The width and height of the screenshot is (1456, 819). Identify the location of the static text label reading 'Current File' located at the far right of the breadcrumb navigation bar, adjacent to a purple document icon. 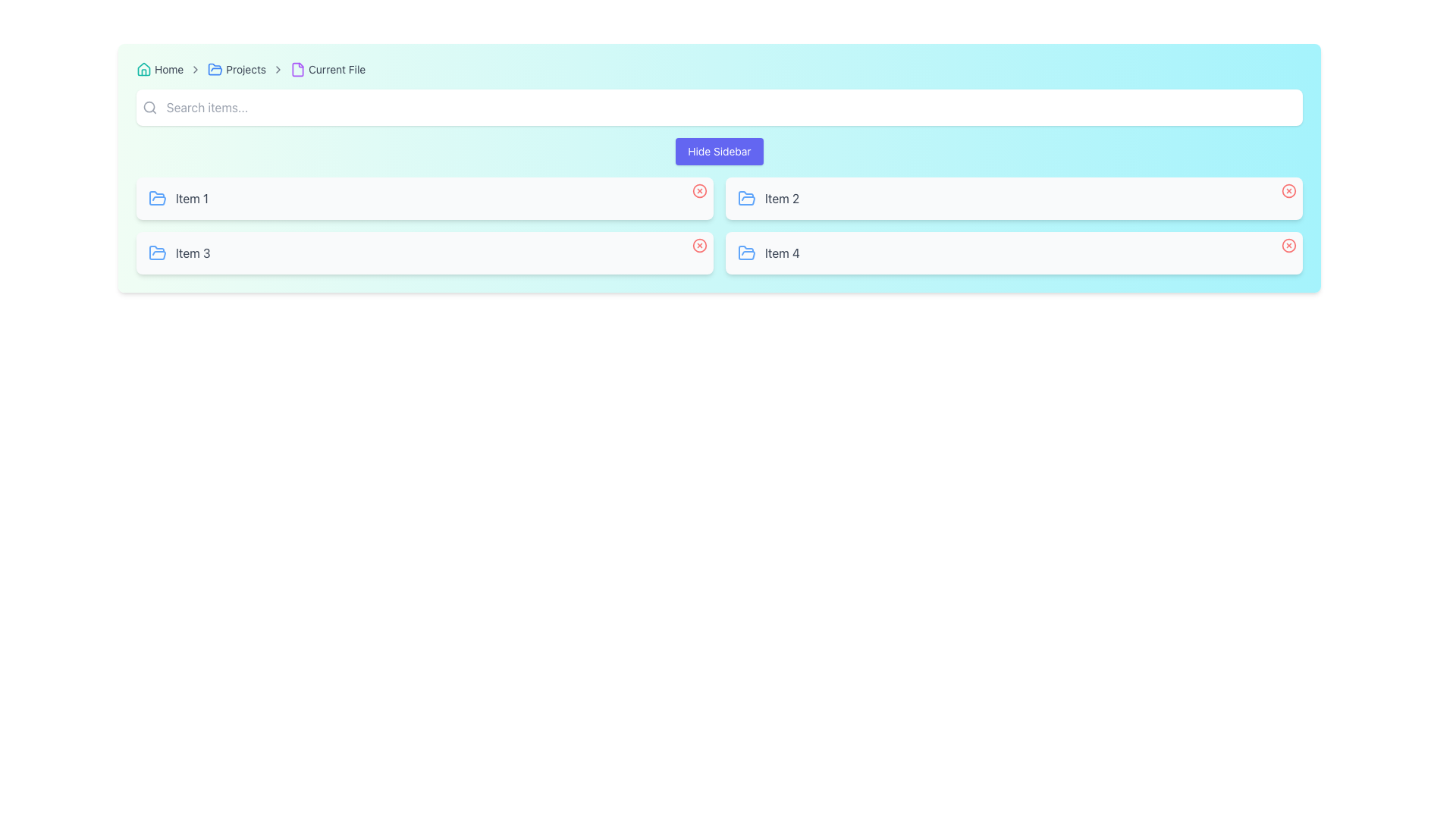
(336, 70).